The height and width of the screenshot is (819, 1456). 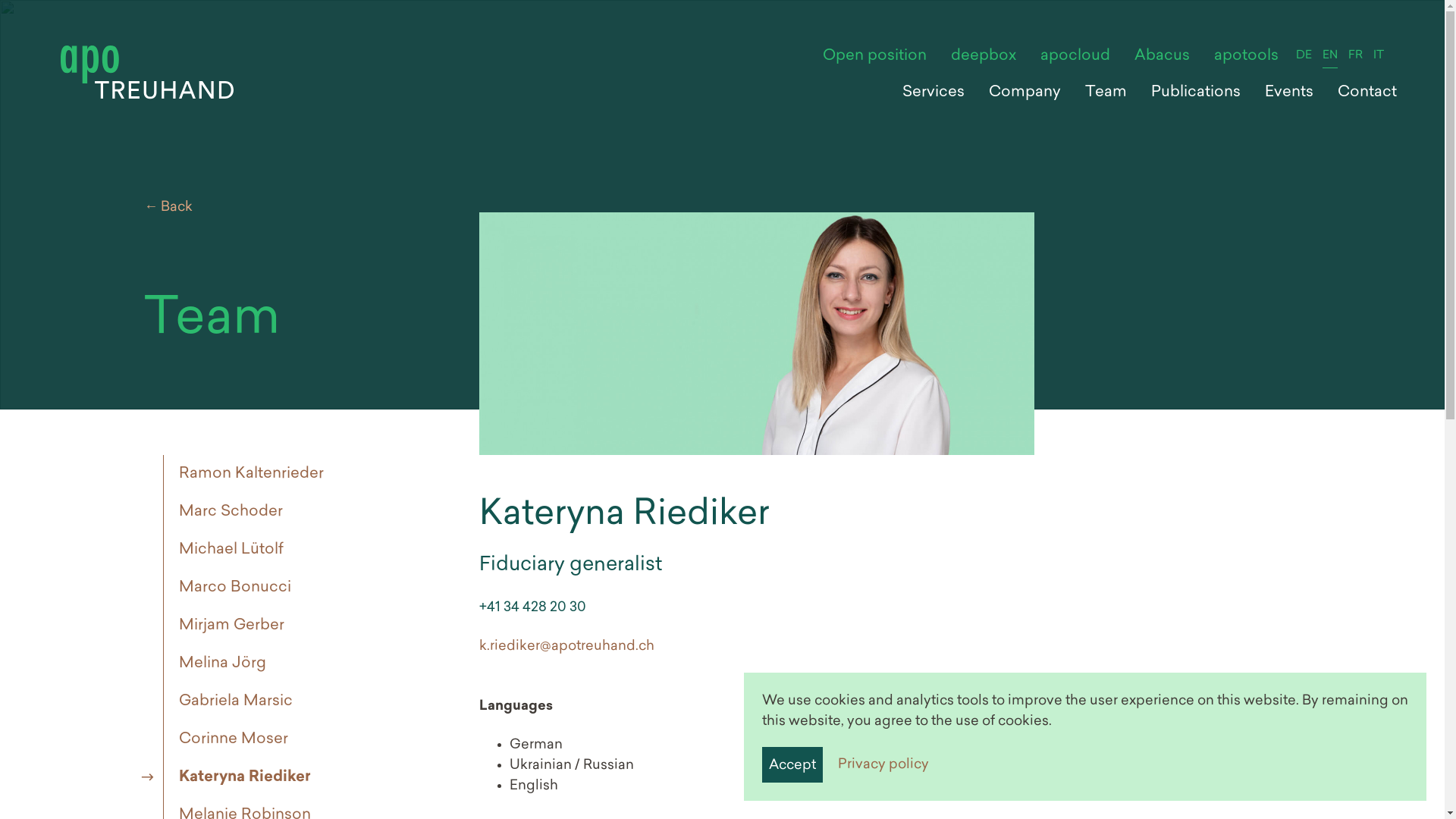 What do you see at coordinates (1025, 93) in the screenshot?
I see `'Company'` at bounding box center [1025, 93].